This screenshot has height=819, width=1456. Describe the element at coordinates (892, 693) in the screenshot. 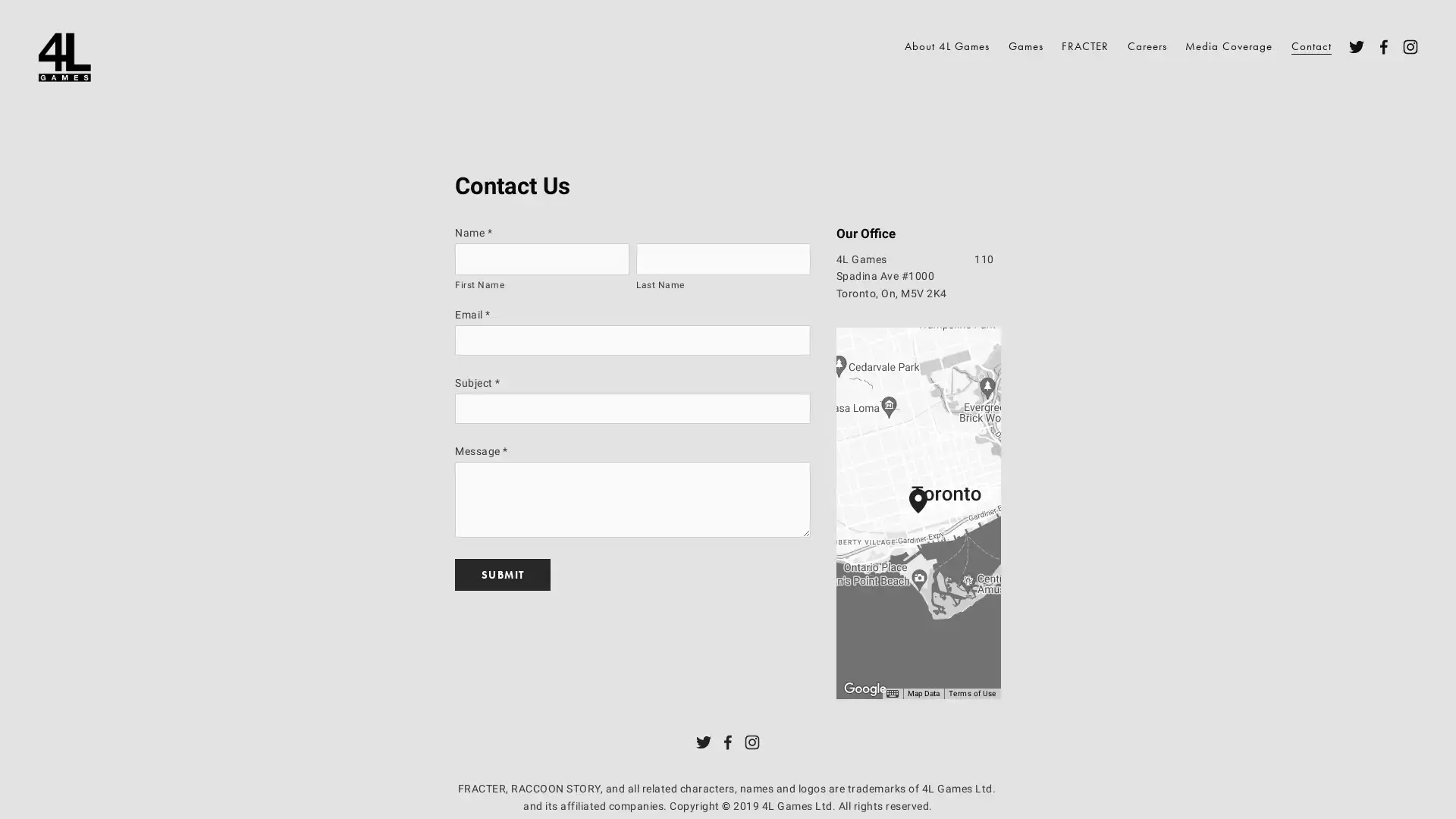

I see `Keyboard shortcuts` at that location.